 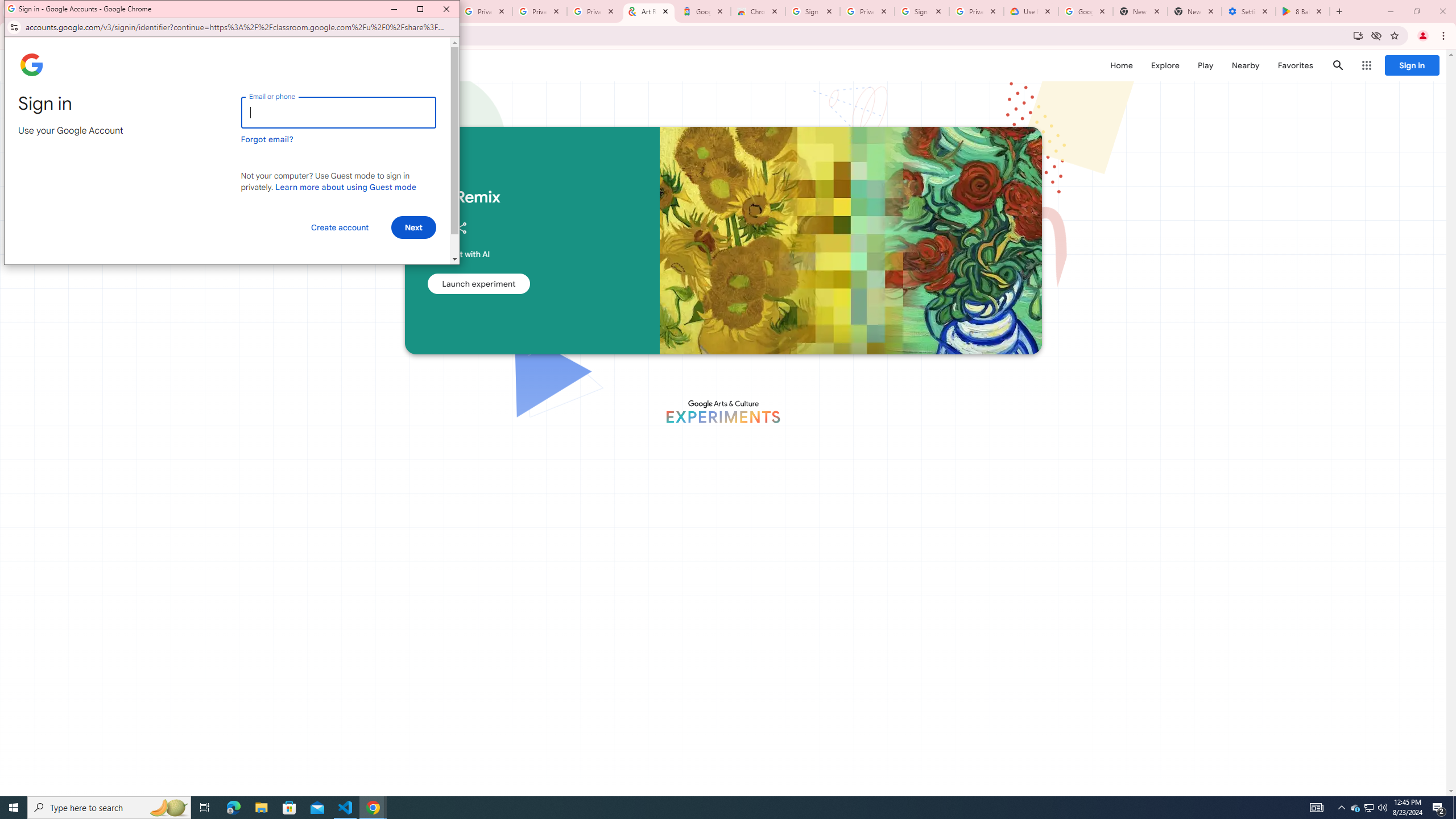 What do you see at coordinates (345, 187) in the screenshot?
I see `'Learn more about using Guest mode'` at bounding box center [345, 187].